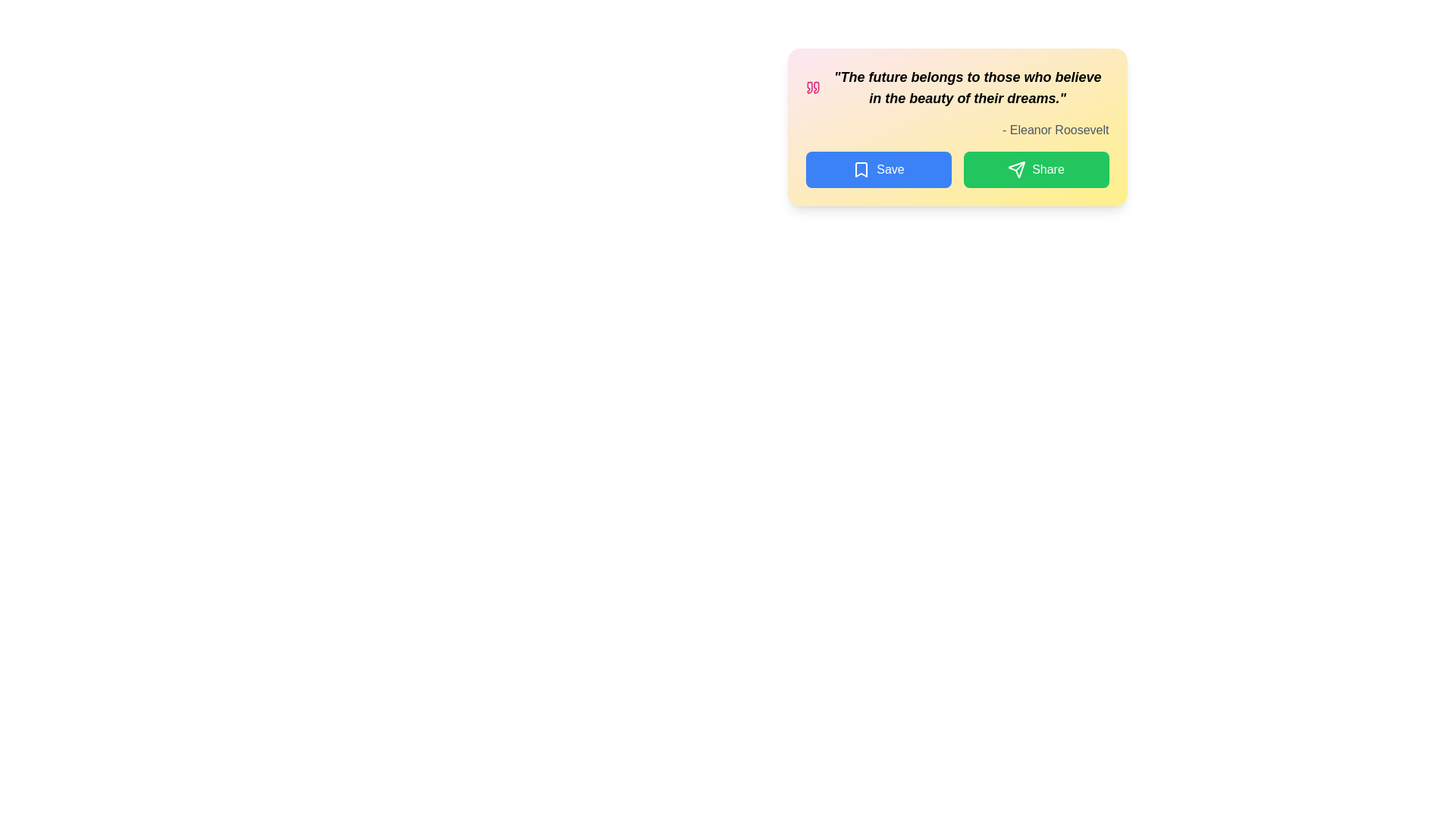  I want to click on text displayed in italic font that states 'The future belongs to those who believe in the beauty of their dreams.', so click(956, 87).